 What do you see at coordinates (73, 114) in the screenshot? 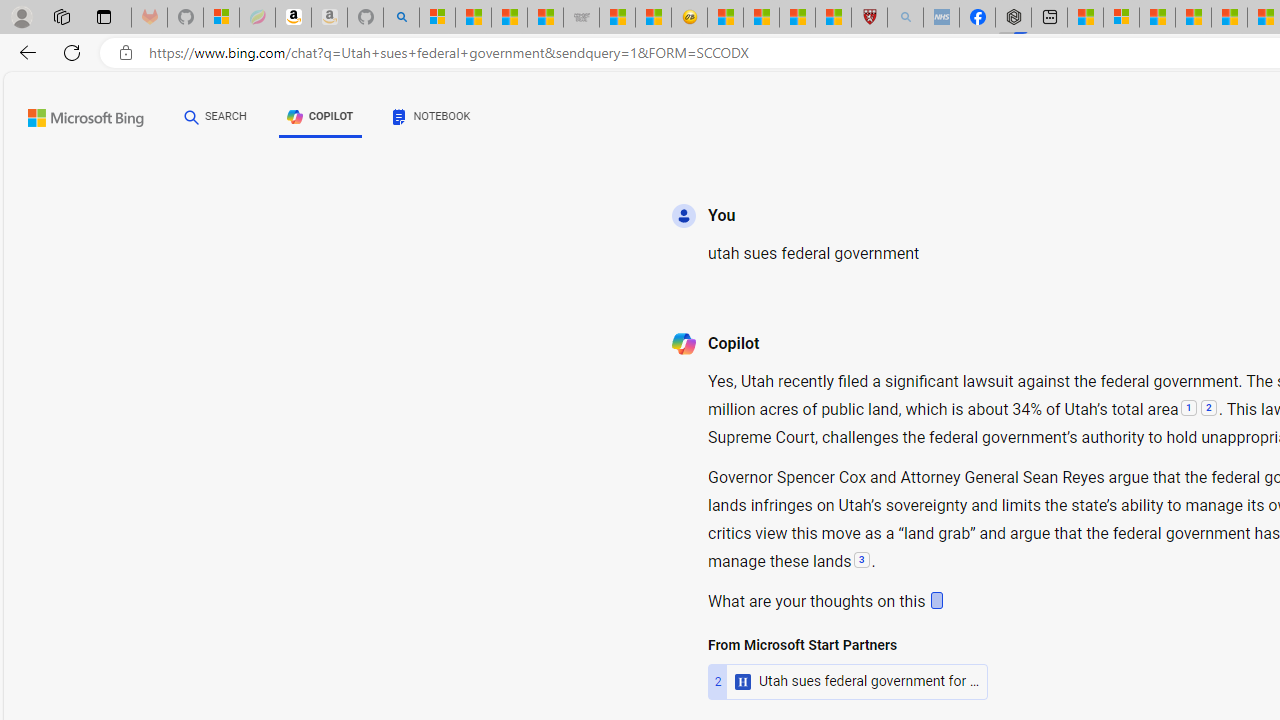
I see `'Back to Bing search'` at bounding box center [73, 114].